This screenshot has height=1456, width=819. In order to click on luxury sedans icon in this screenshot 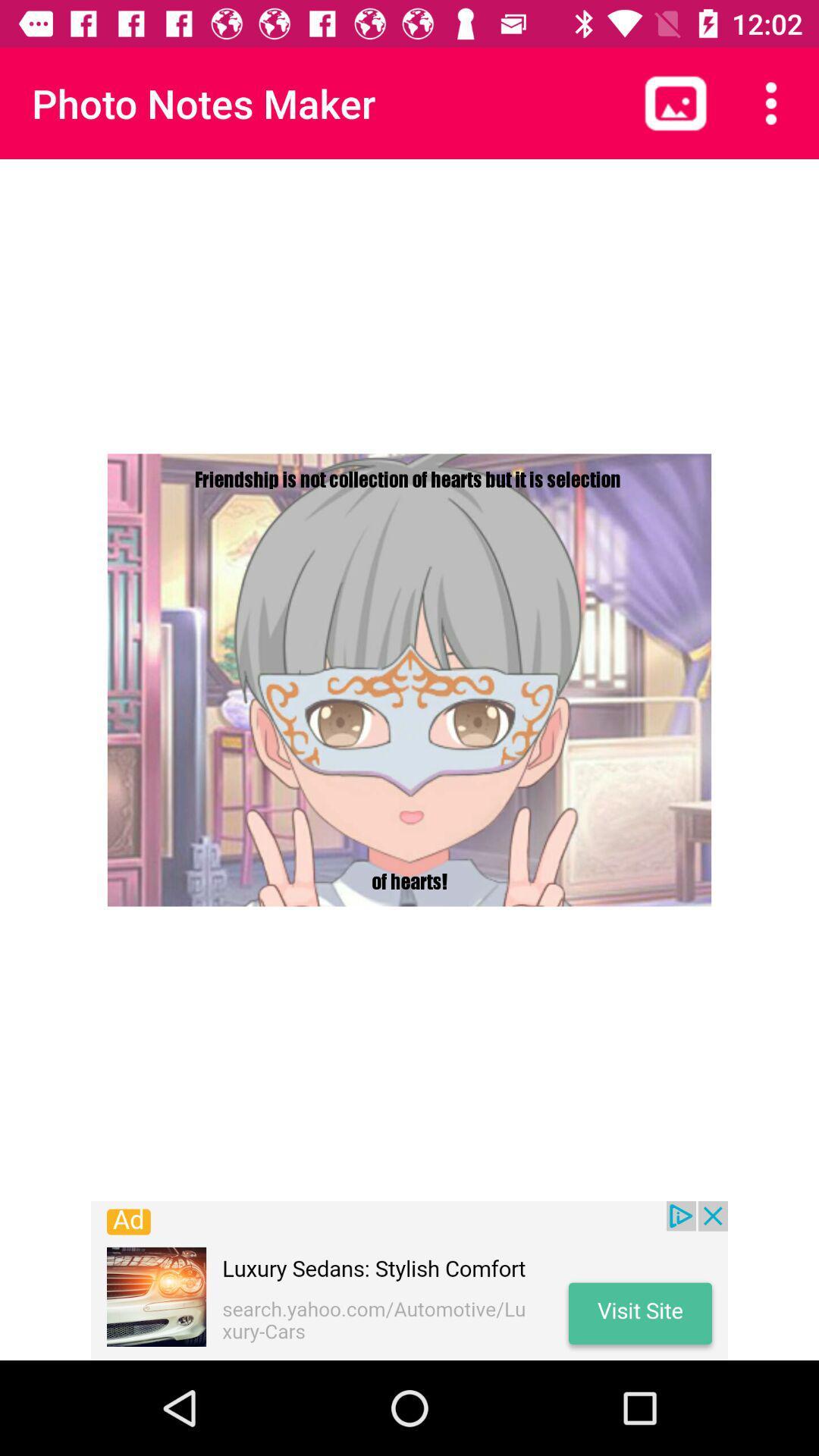, I will do `click(409, 1280)`.